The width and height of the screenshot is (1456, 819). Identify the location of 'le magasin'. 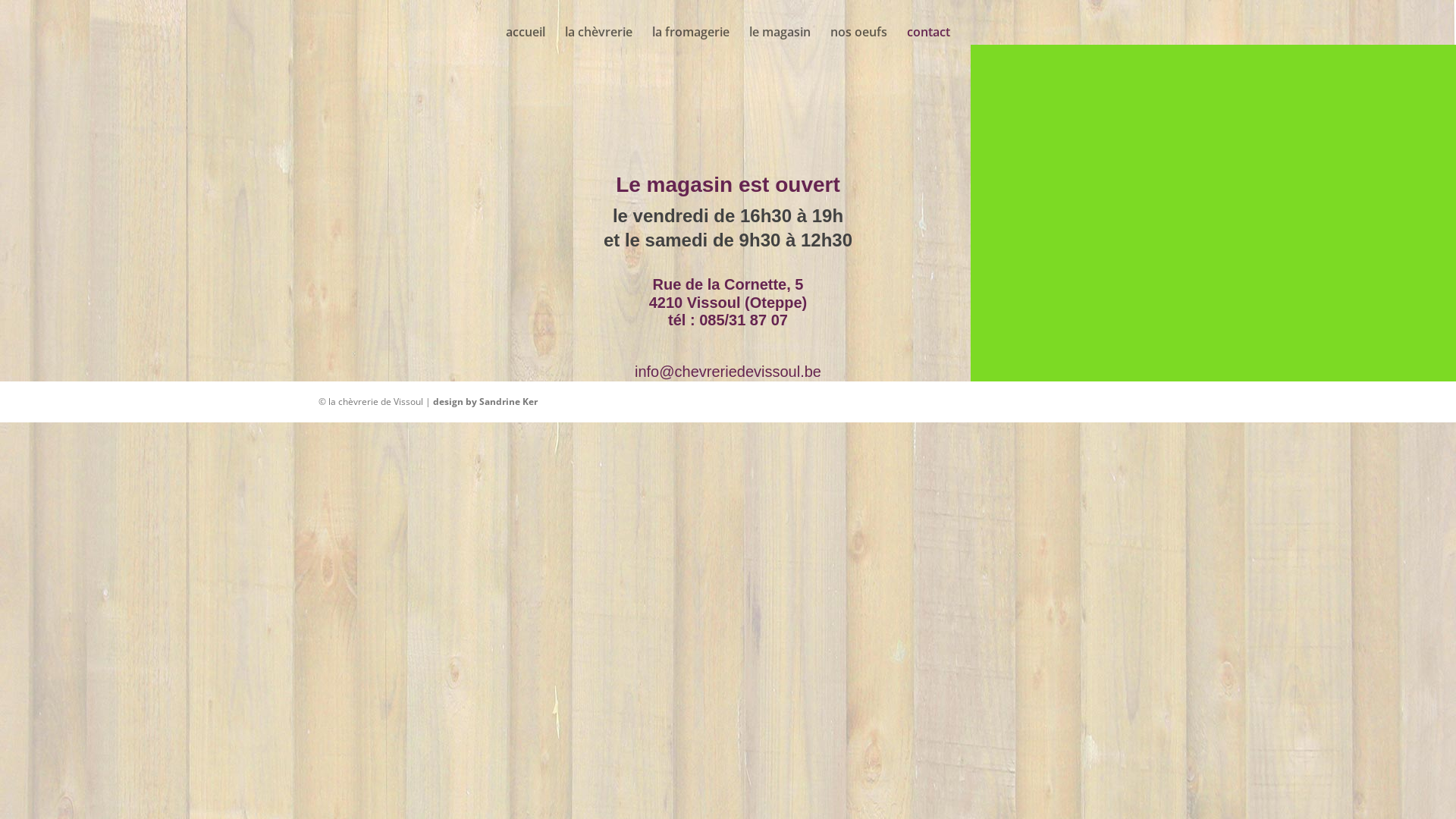
(780, 35).